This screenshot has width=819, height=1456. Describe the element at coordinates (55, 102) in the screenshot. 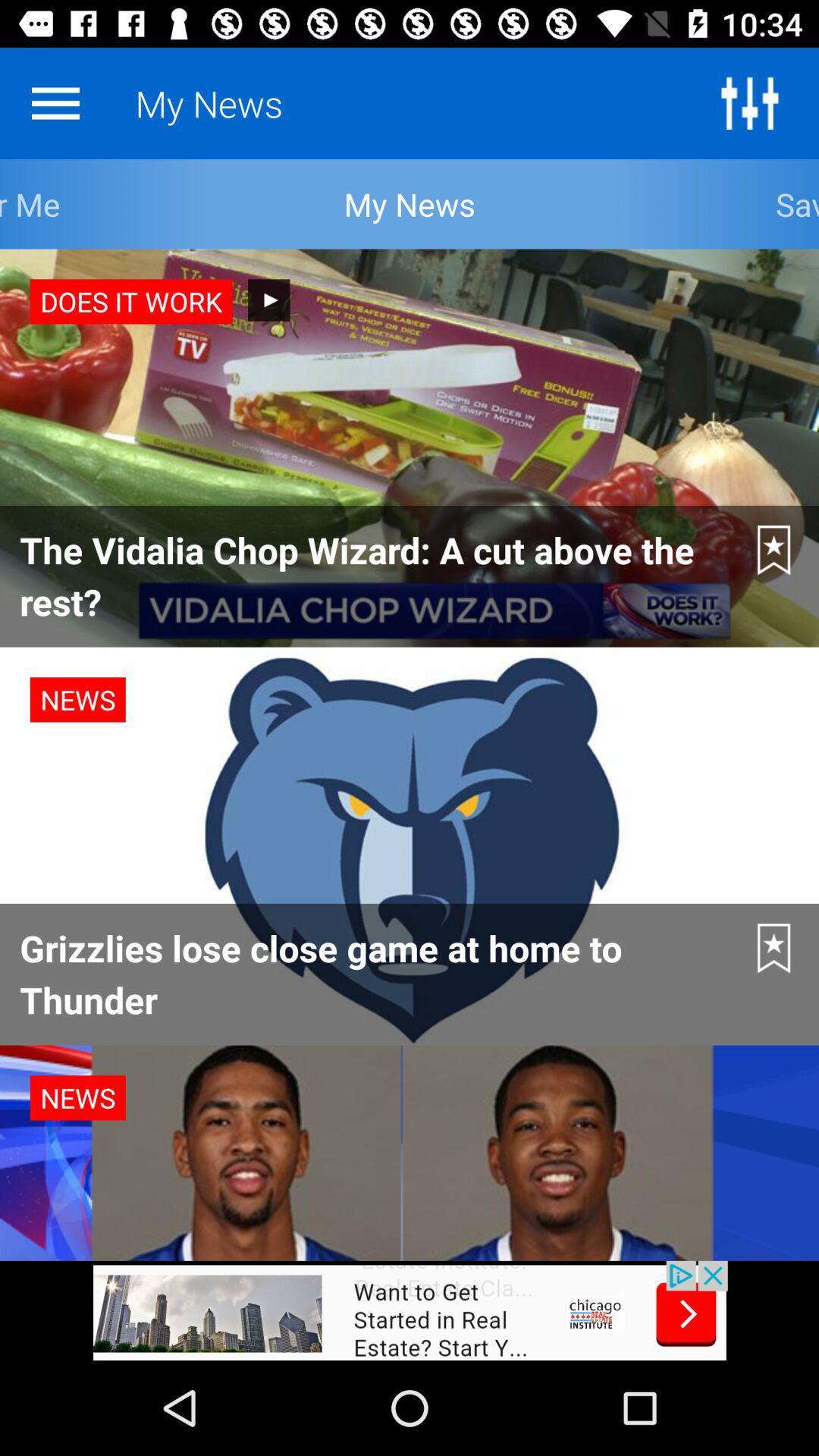

I see `the menu icon` at that location.